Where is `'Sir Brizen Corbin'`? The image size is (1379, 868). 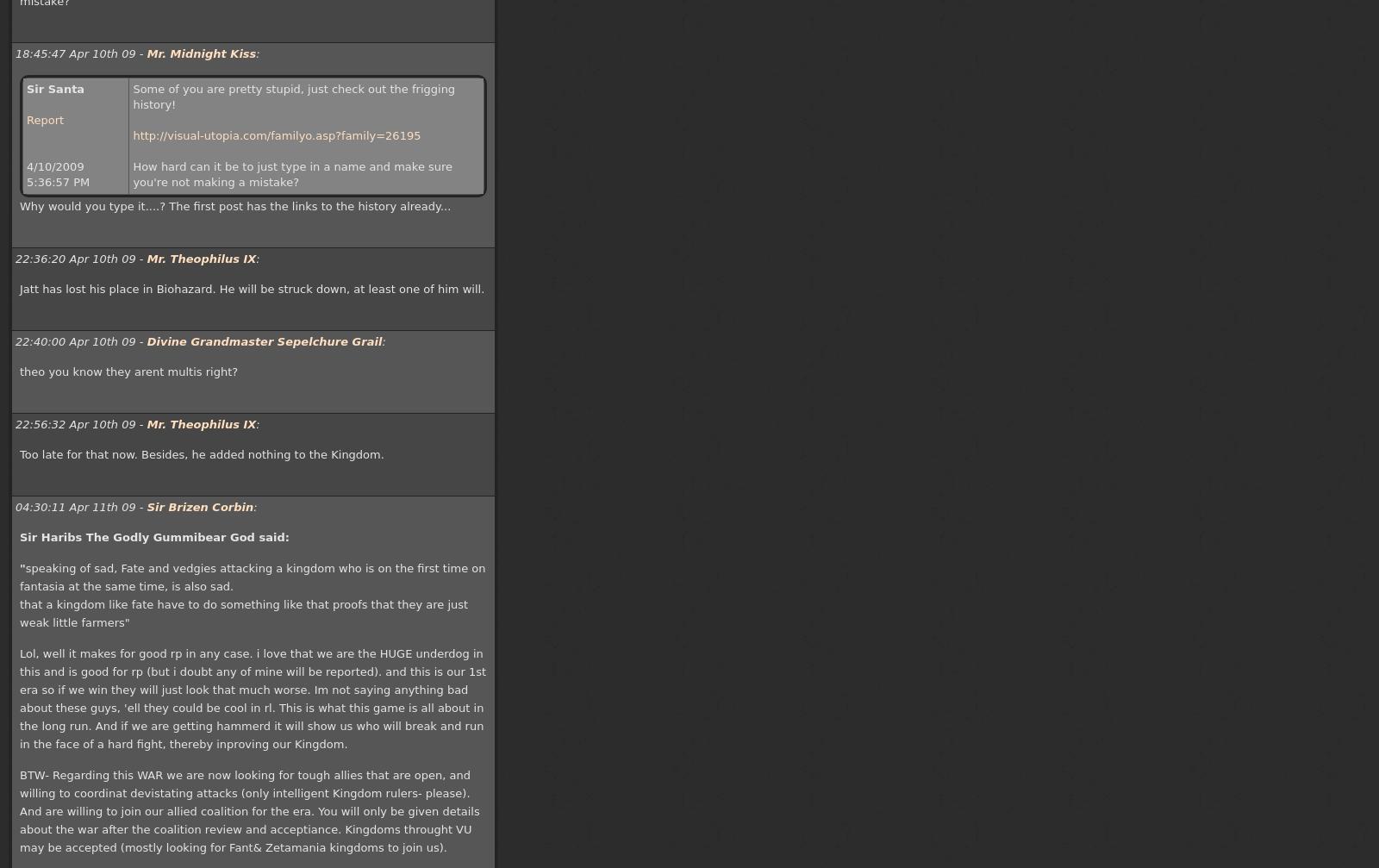
'Sir Brizen Corbin' is located at coordinates (199, 506).